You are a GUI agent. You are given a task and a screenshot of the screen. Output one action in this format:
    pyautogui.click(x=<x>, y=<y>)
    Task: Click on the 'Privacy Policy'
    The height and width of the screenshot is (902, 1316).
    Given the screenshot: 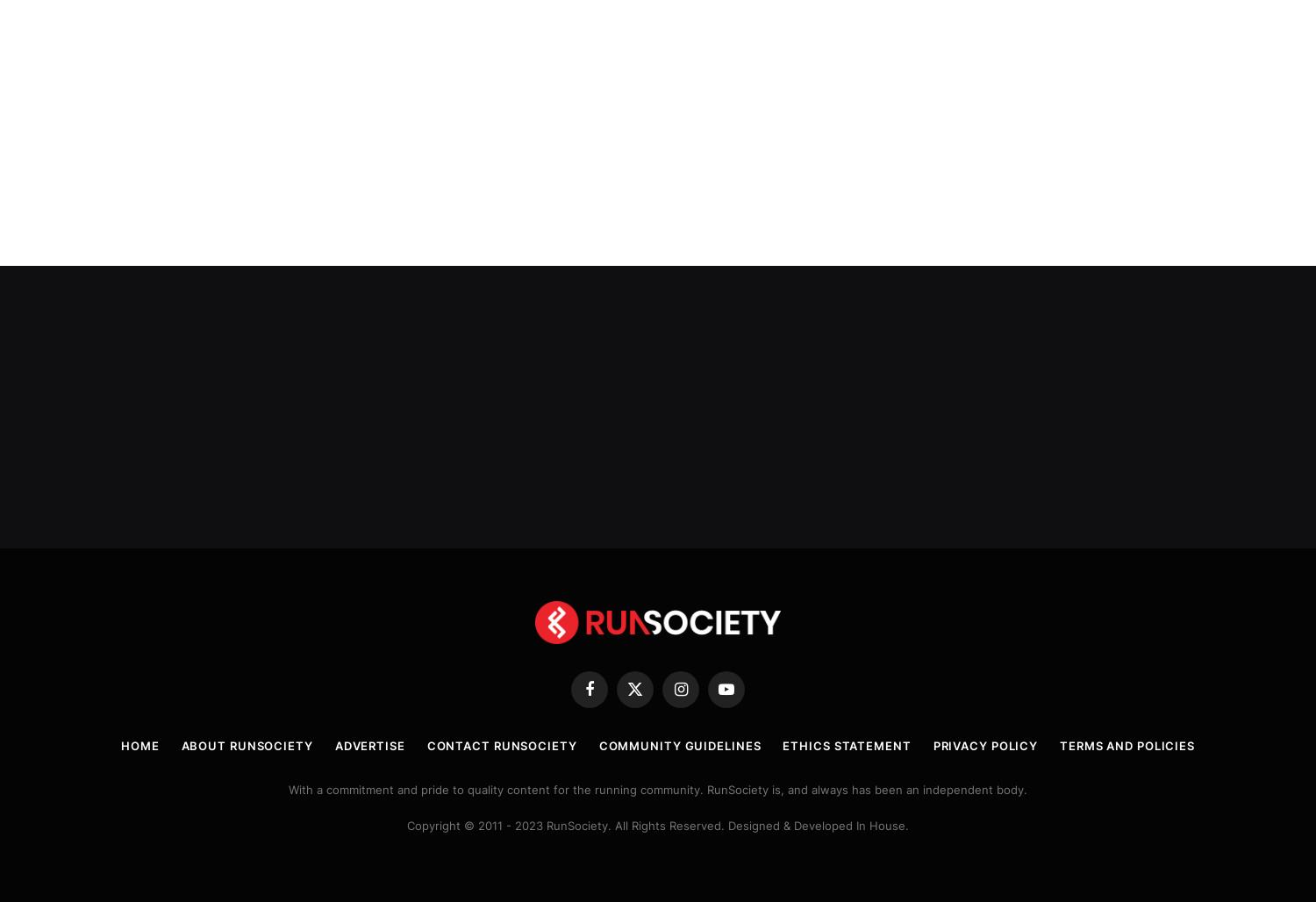 What is the action you would take?
    pyautogui.click(x=984, y=742)
    